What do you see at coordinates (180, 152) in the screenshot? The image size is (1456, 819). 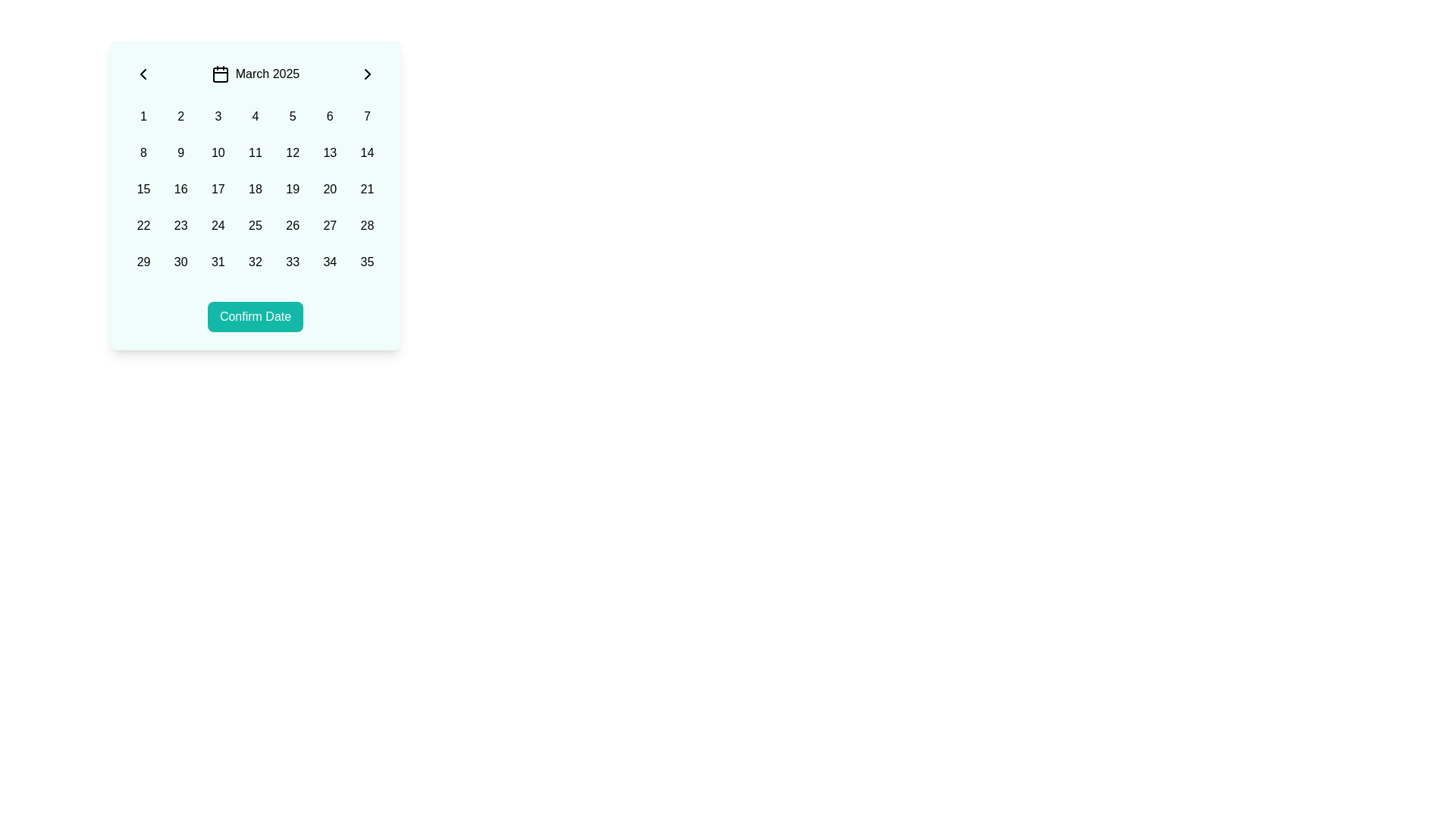 I see `the rounded clickable box containing the text '9', located in the second row and second column of the grid layout for accessibility actions` at bounding box center [180, 152].